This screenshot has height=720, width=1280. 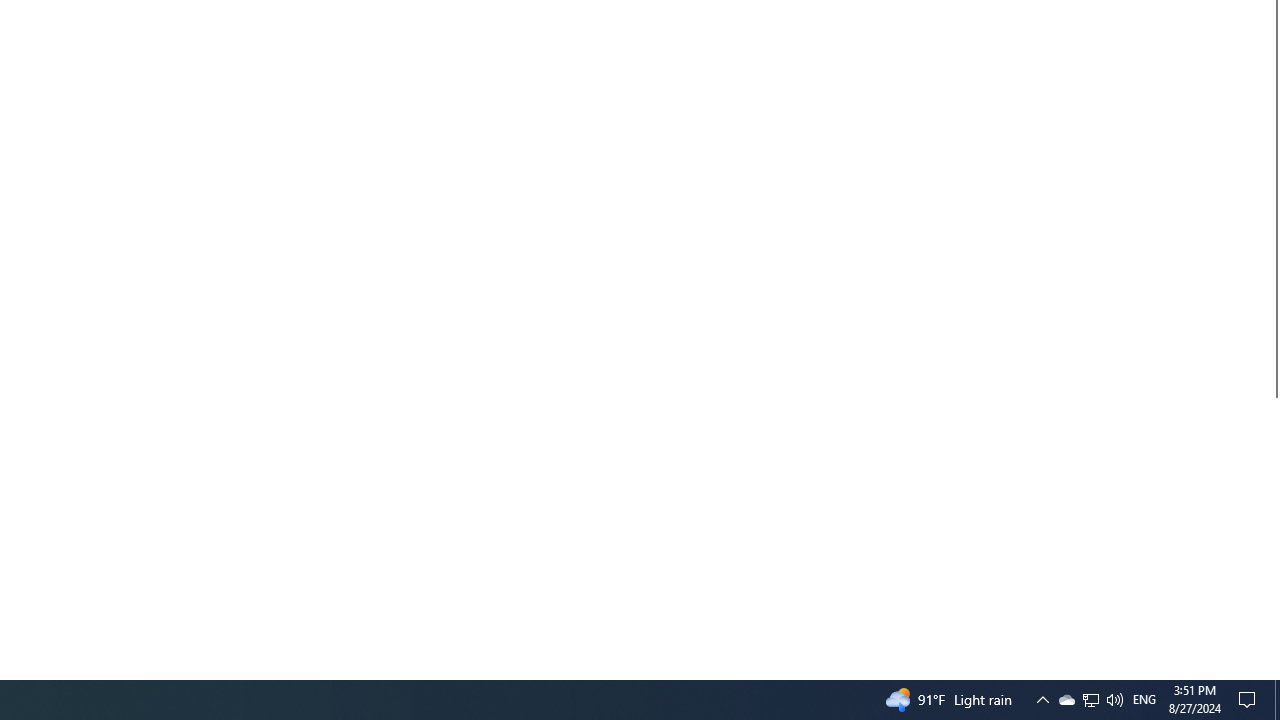 What do you see at coordinates (1090, 698) in the screenshot?
I see `'User Promoted Notification Area'` at bounding box center [1090, 698].